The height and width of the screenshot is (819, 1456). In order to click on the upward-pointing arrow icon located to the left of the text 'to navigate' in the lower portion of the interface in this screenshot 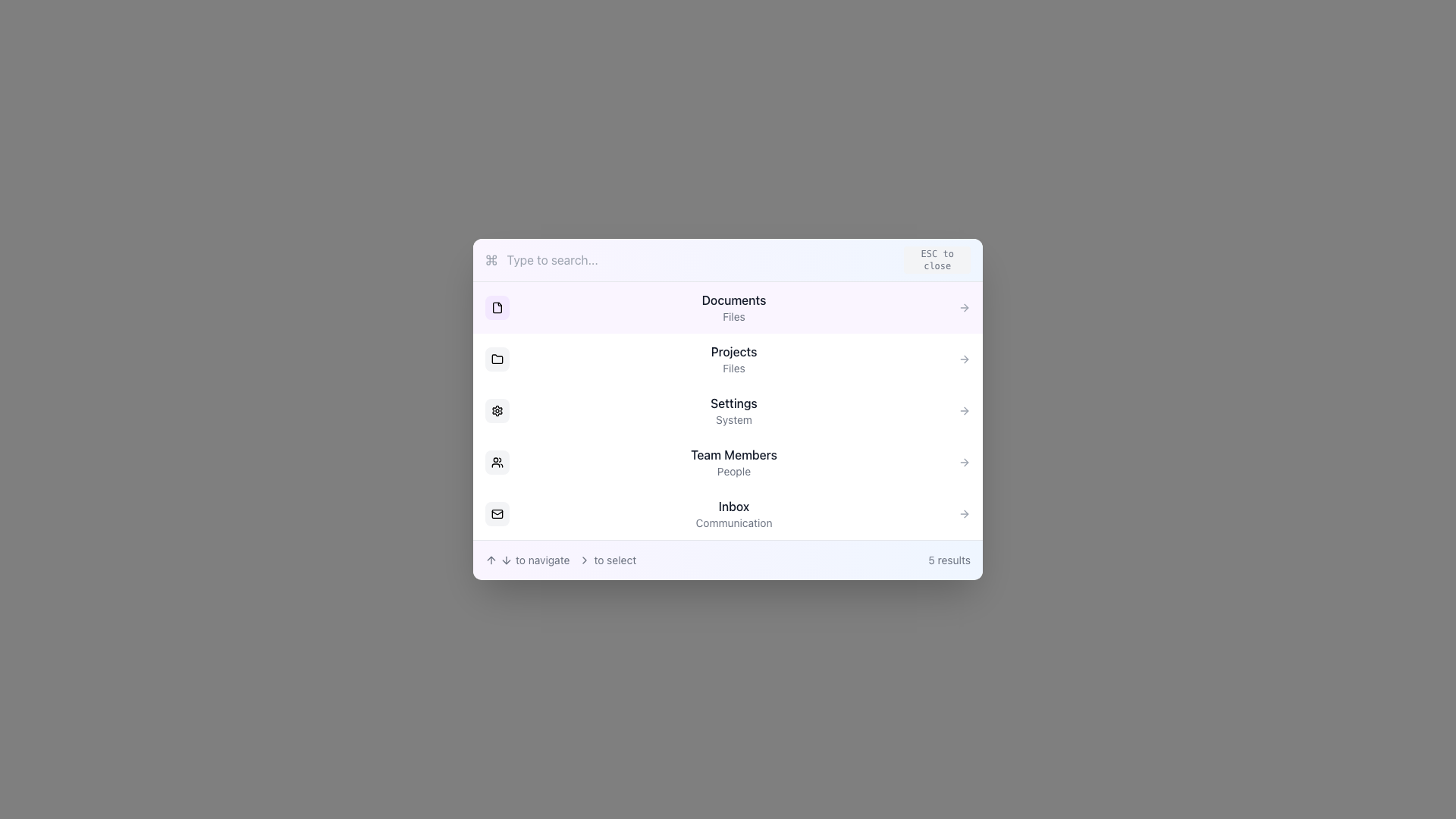, I will do `click(491, 560)`.